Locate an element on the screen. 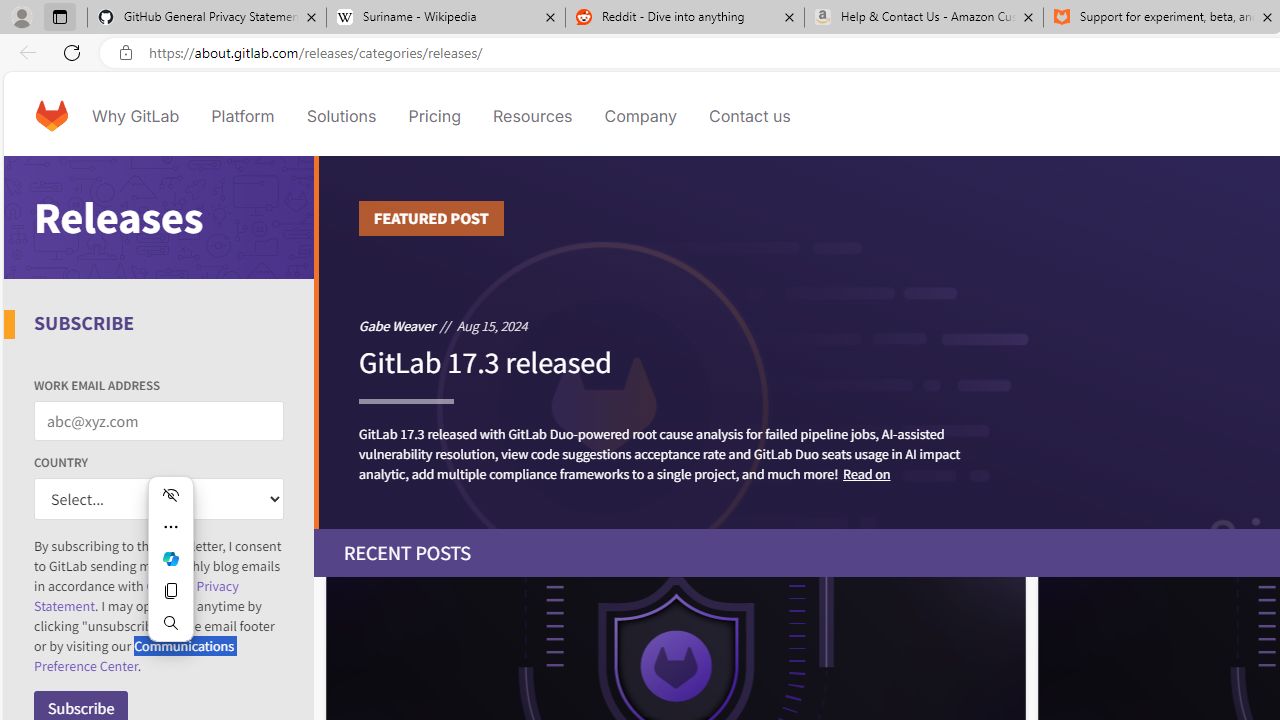 The image size is (1280, 720). 'Solutions' is located at coordinates (341, 115).